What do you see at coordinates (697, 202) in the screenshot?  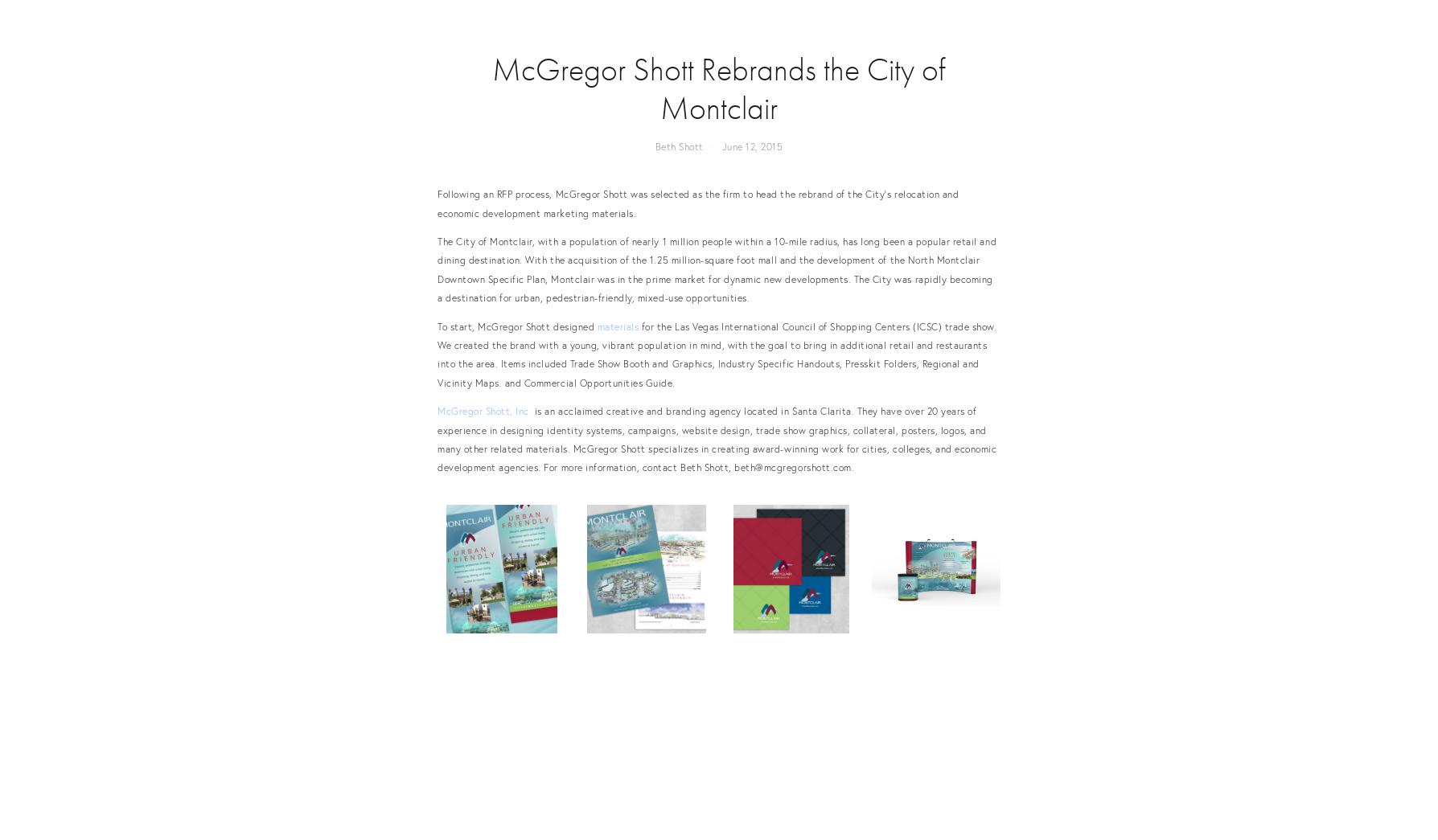 I see `'Following an RFP process, McGregor Shott was selected as the firm to head the rebrand of the City's relocation and economic development marketing materials.'` at bounding box center [697, 202].